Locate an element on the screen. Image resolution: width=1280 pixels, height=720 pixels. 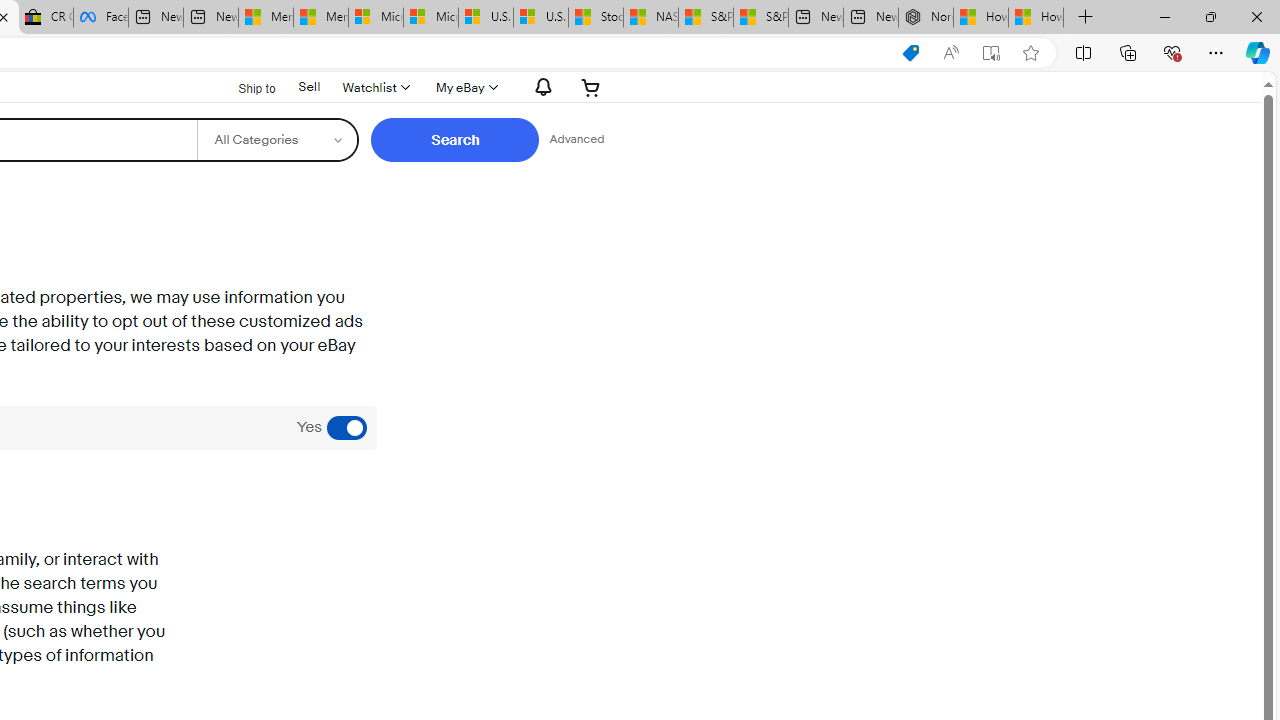
'Ship to' is located at coordinates (243, 87).